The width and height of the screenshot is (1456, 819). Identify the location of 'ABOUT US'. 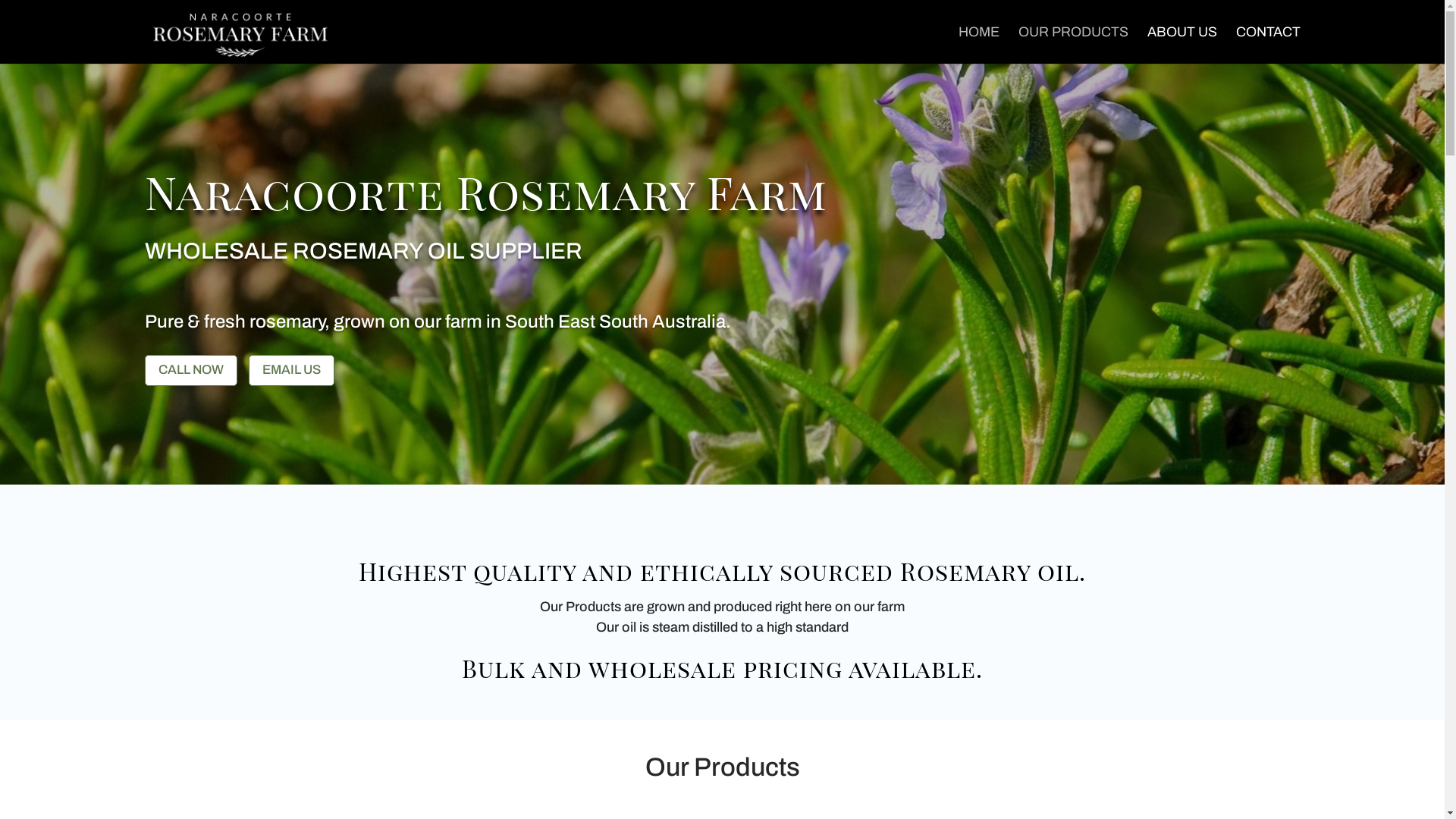
(1181, 42).